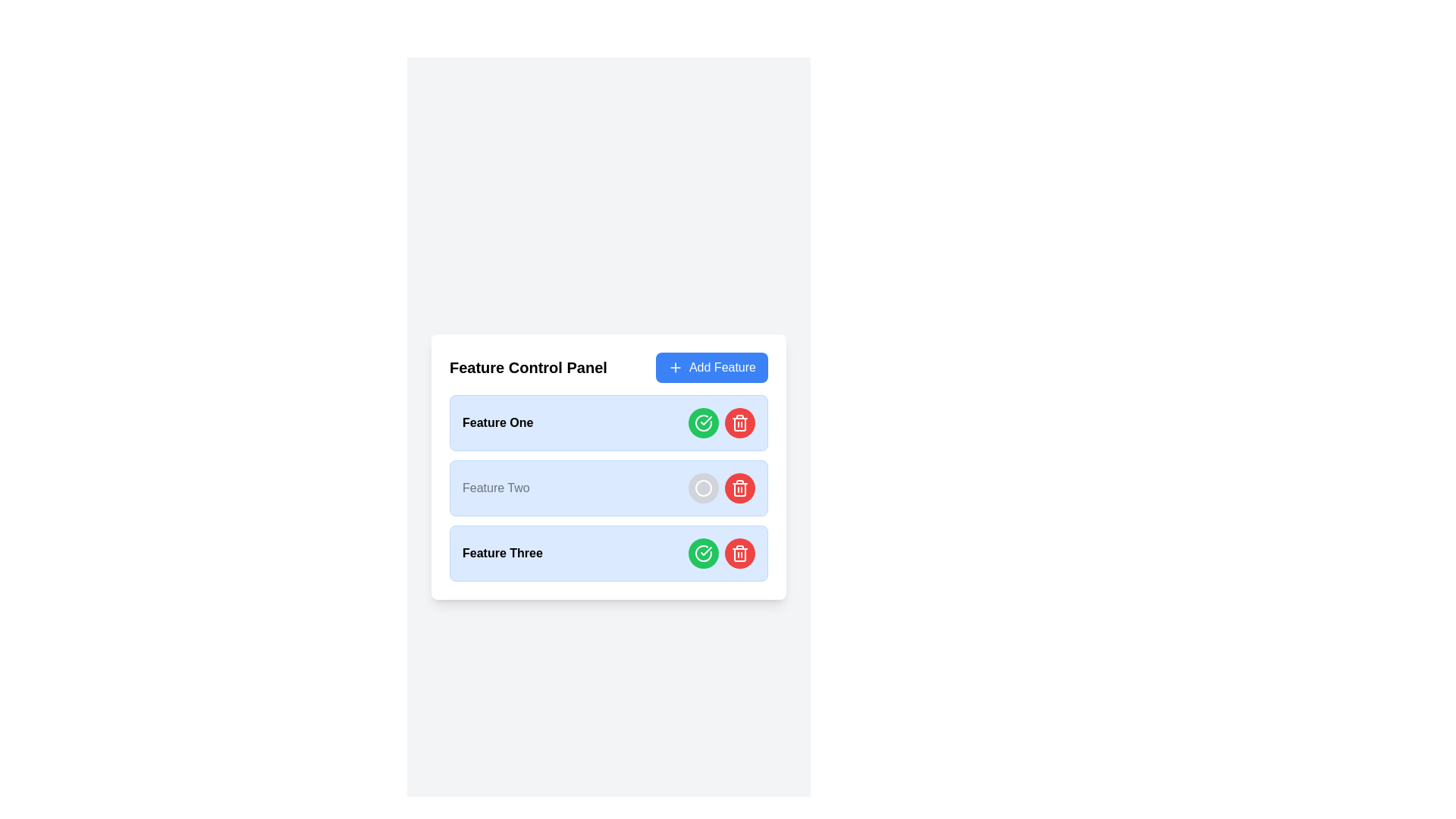 The width and height of the screenshot is (1456, 819). What do you see at coordinates (702, 488) in the screenshot?
I see `the first radio button for 'Feature Two' located` at bounding box center [702, 488].